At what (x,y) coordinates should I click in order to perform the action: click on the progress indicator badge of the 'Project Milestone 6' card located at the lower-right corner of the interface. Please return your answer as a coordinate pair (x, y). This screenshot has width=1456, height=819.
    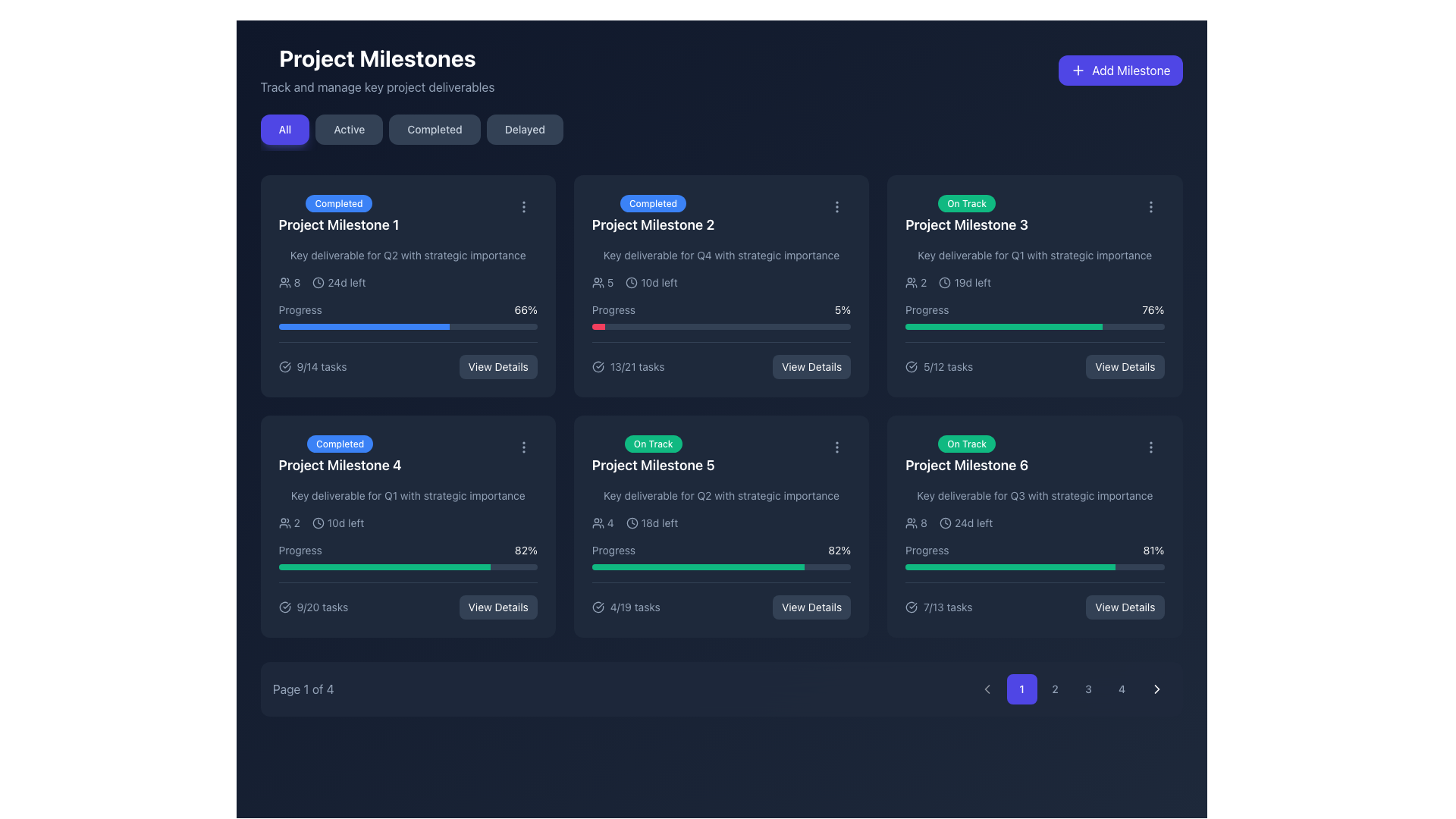
    Looking at the image, I should click on (966, 444).